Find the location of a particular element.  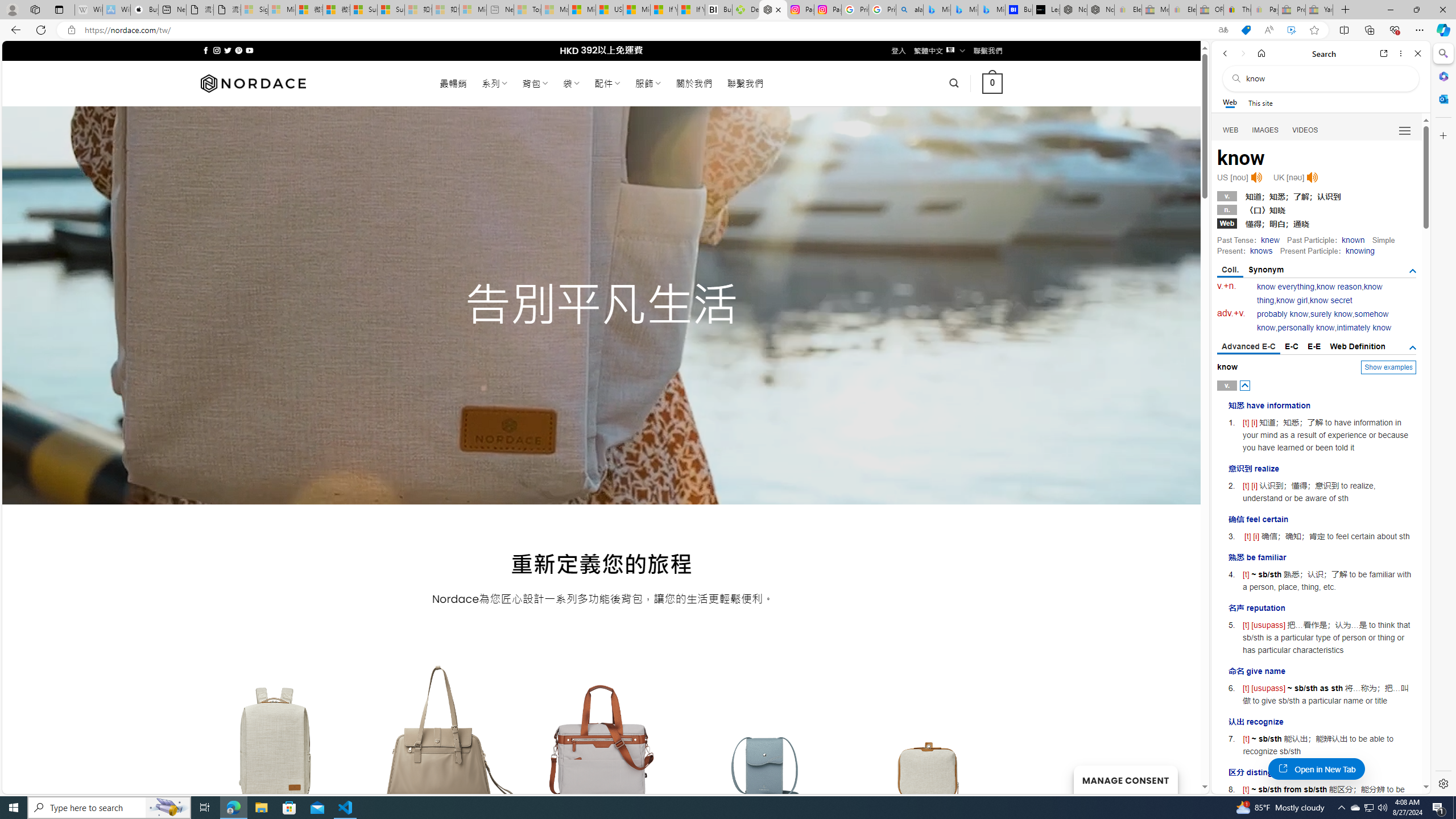

'Enhance video' is located at coordinates (1291, 30).